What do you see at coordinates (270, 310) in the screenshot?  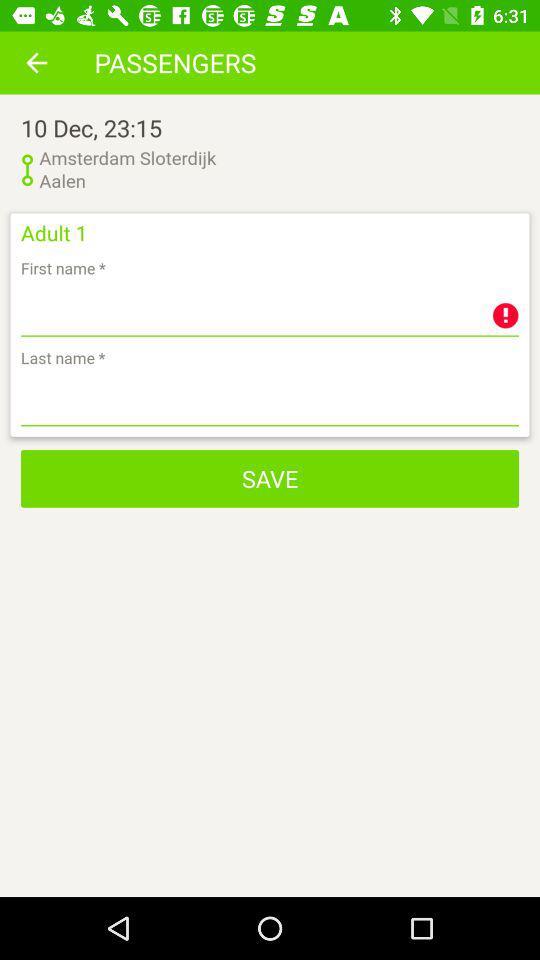 I see `the first name of adult 1` at bounding box center [270, 310].